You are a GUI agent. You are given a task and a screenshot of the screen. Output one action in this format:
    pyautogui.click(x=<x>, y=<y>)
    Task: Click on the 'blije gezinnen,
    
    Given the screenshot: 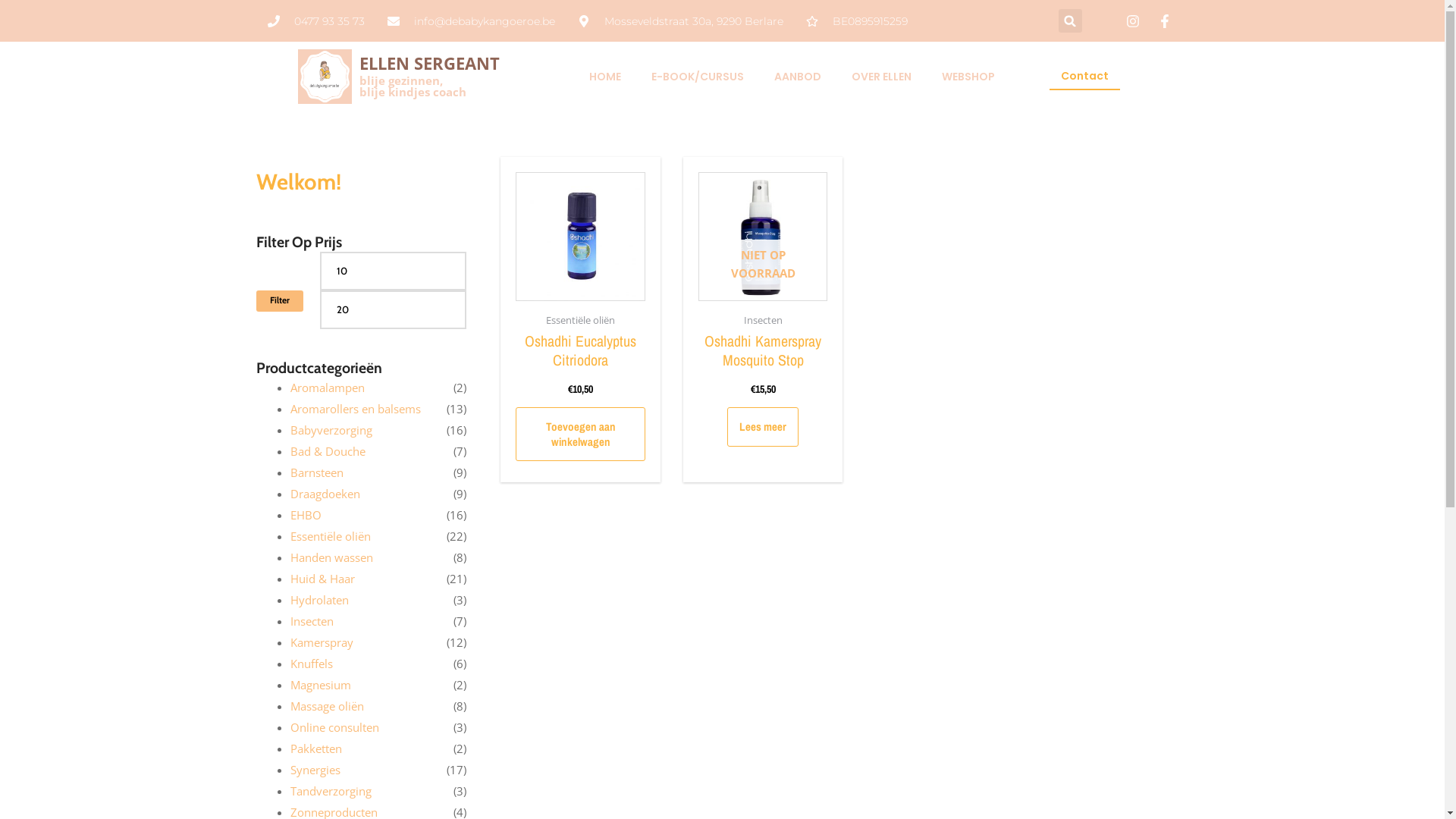 What is the action you would take?
    pyautogui.click(x=413, y=86)
    